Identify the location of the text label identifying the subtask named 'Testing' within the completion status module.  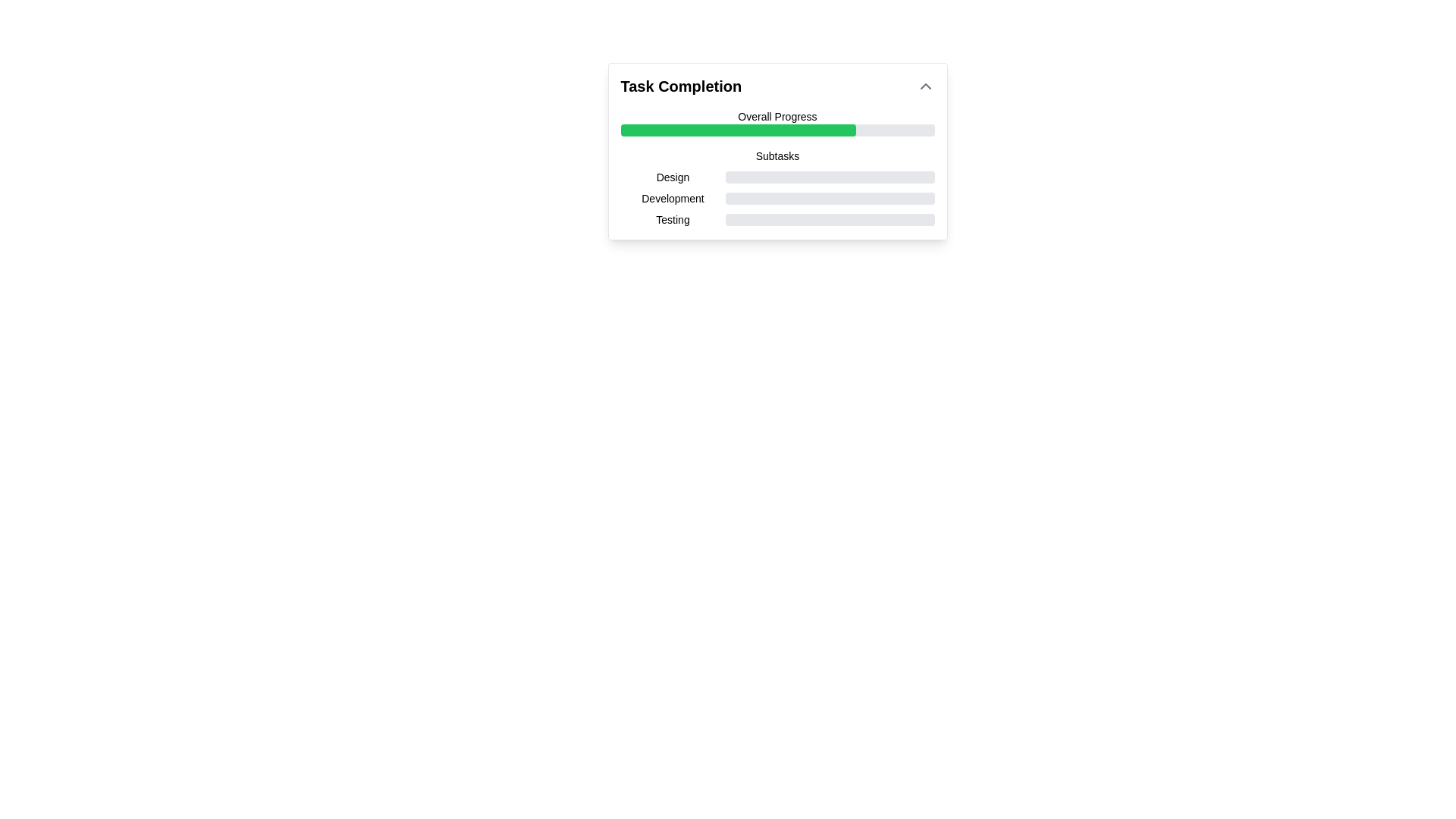
(672, 219).